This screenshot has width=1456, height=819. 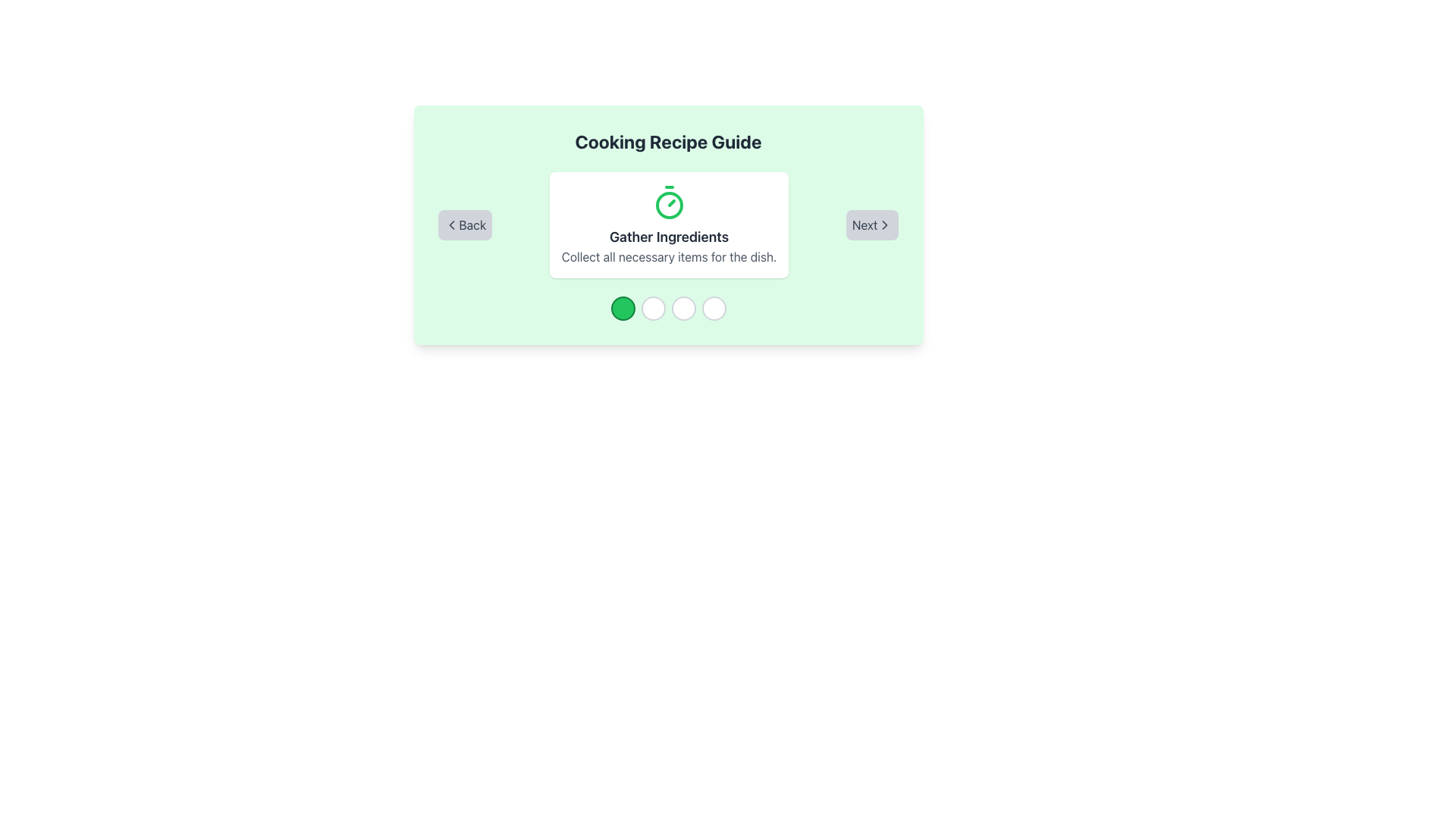 I want to click on the descriptive text label providing instructions for the 'Gather Ingredients' step, which is located at the lower portion of a white card, so click(x=668, y=256).